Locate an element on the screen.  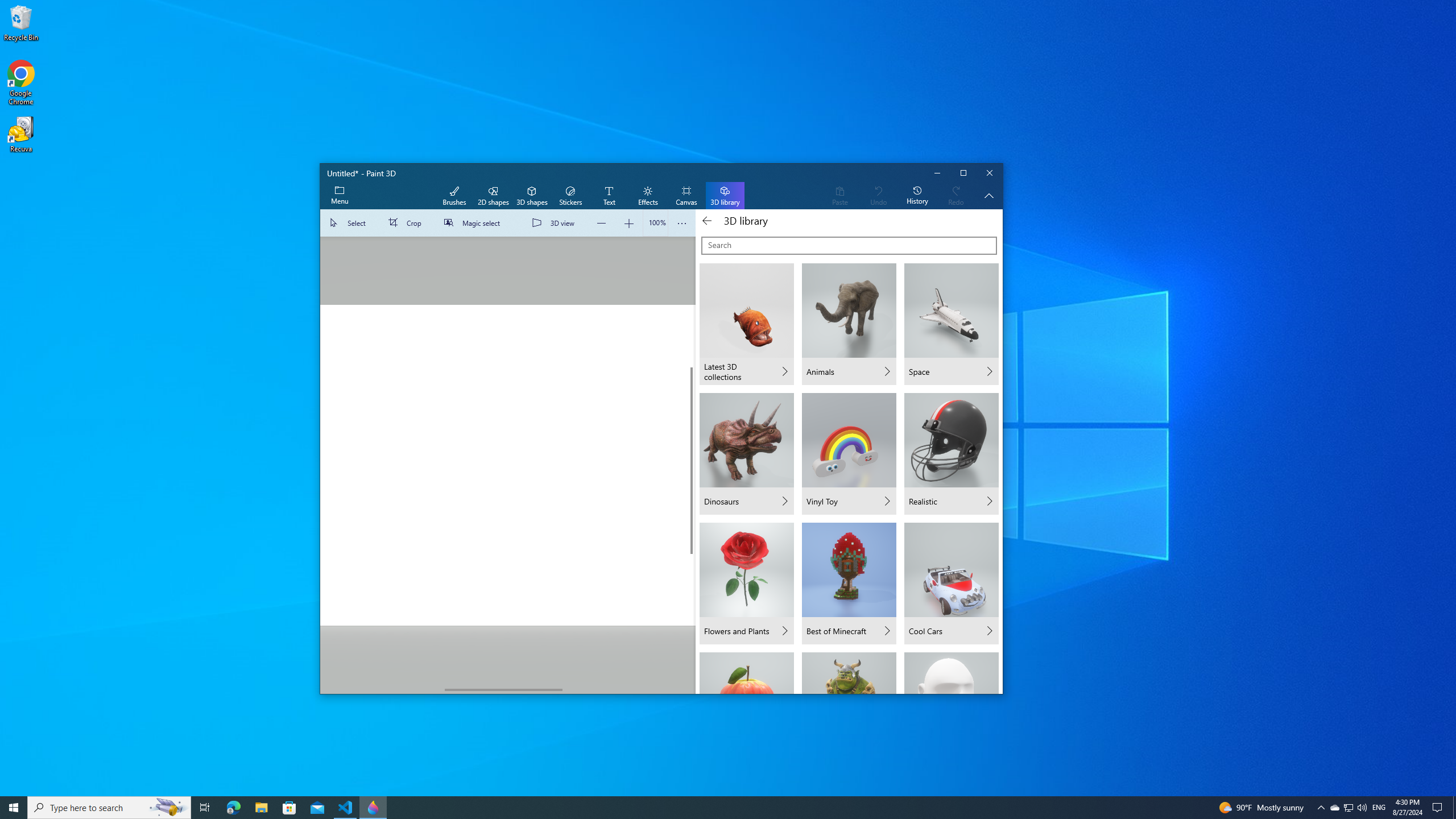
'Characters' is located at coordinates (848, 672).